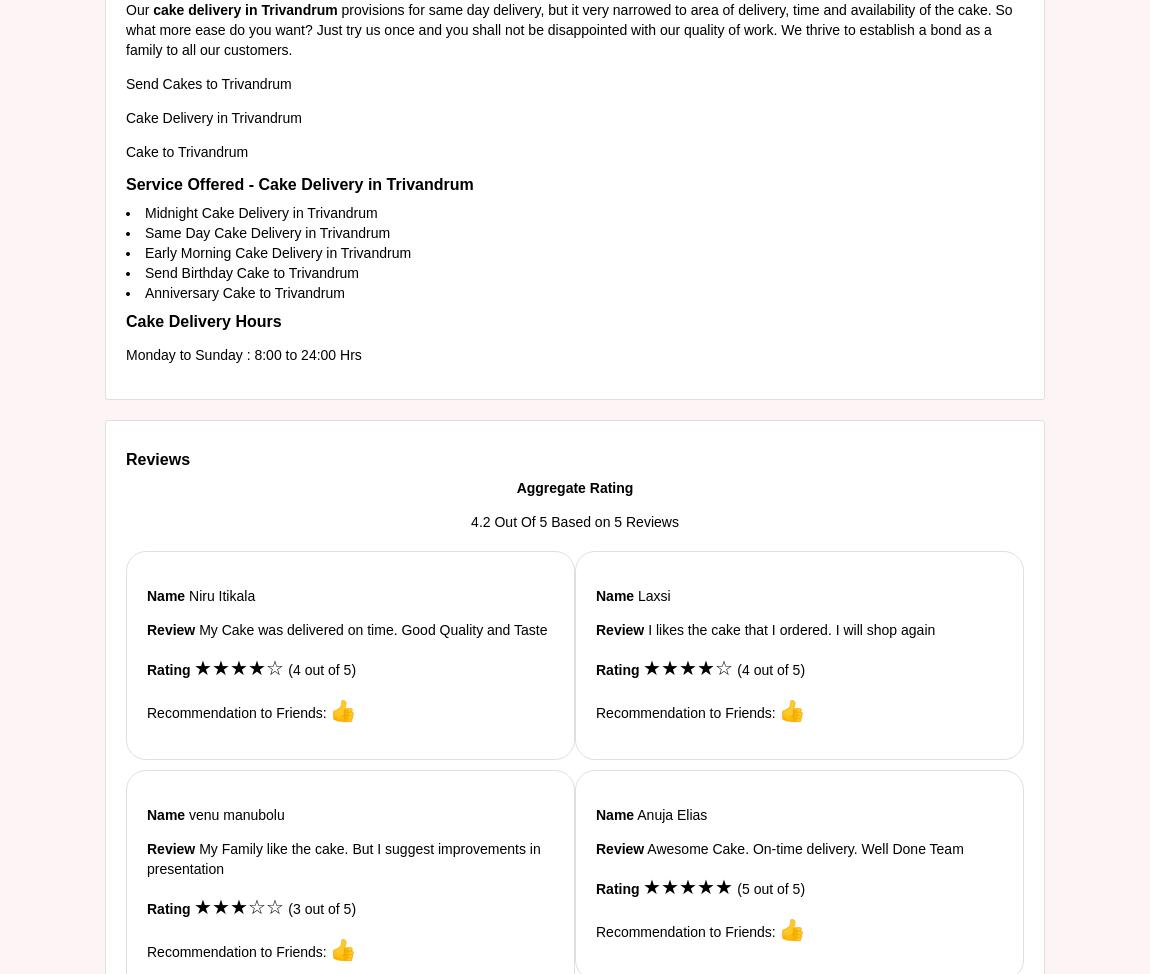  Describe the element at coordinates (669, 815) in the screenshot. I see `'Anuja Elias'` at that location.